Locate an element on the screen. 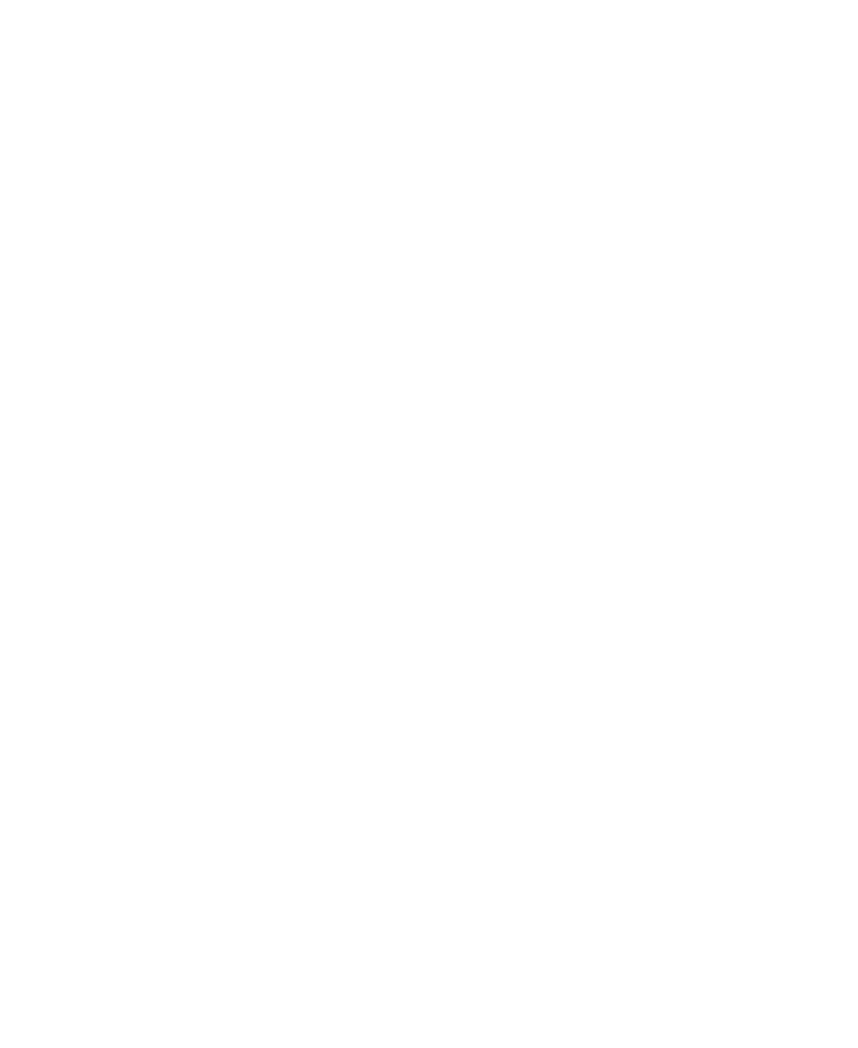 Image resolution: width=858 pixels, height=1048 pixels. 'What's On' is located at coordinates (80, 259).